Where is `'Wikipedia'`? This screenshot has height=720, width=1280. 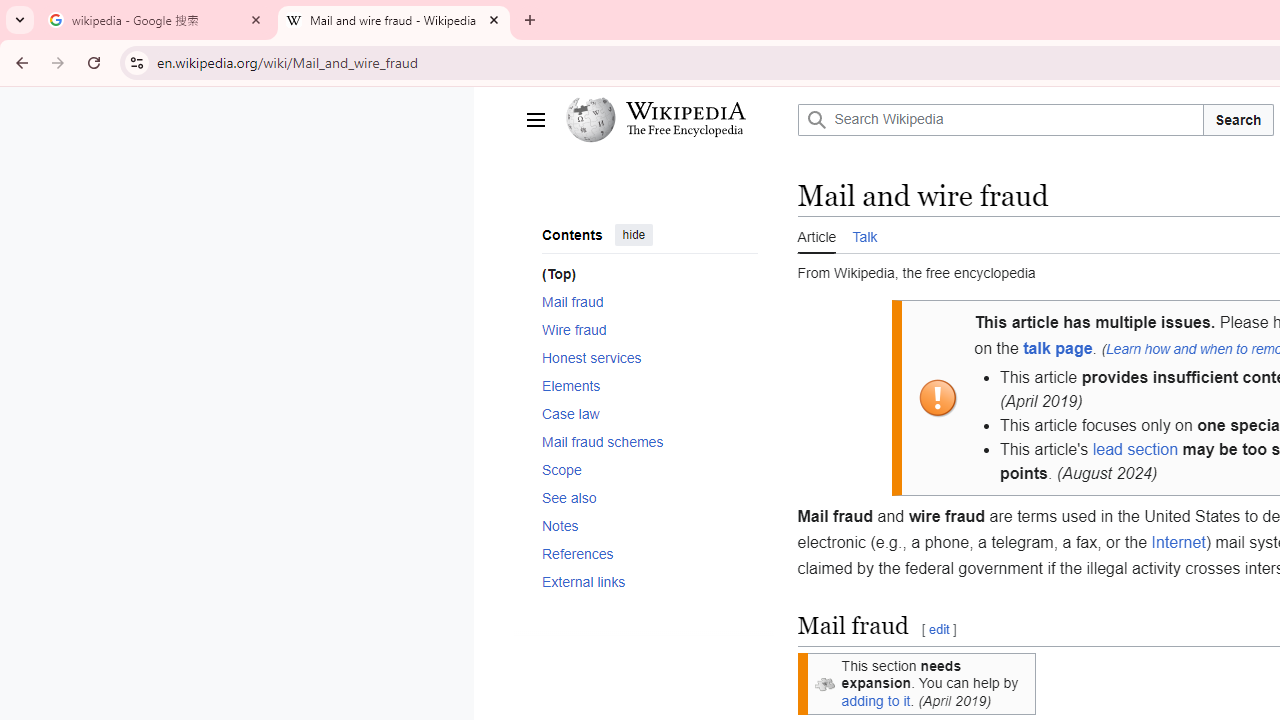
'Wikipedia' is located at coordinates (685, 111).